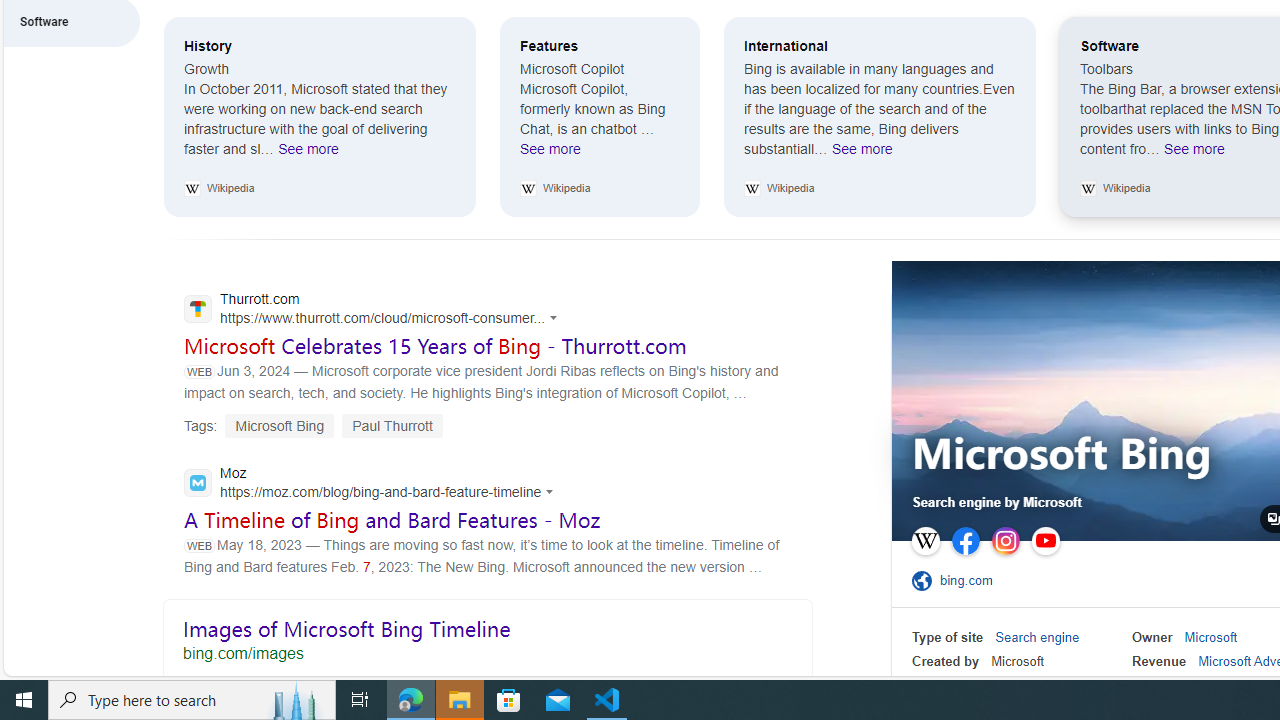 This screenshot has width=1280, height=720. What do you see at coordinates (552, 491) in the screenshot?
I see `'Actions for this site'` at bounding box center [552, 491].